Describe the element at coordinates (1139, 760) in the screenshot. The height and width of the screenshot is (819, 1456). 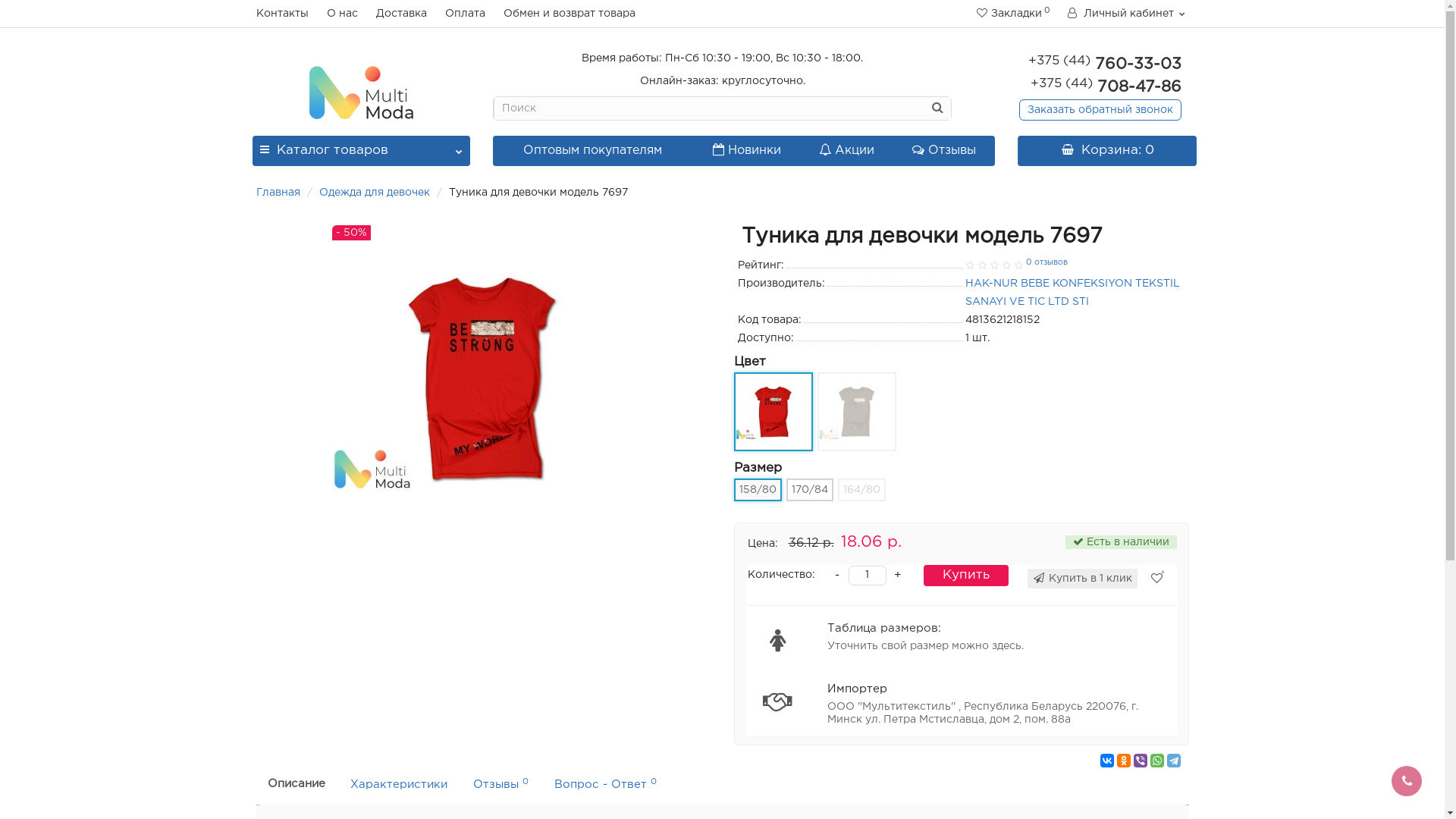
I see `'Viber'` at that location.